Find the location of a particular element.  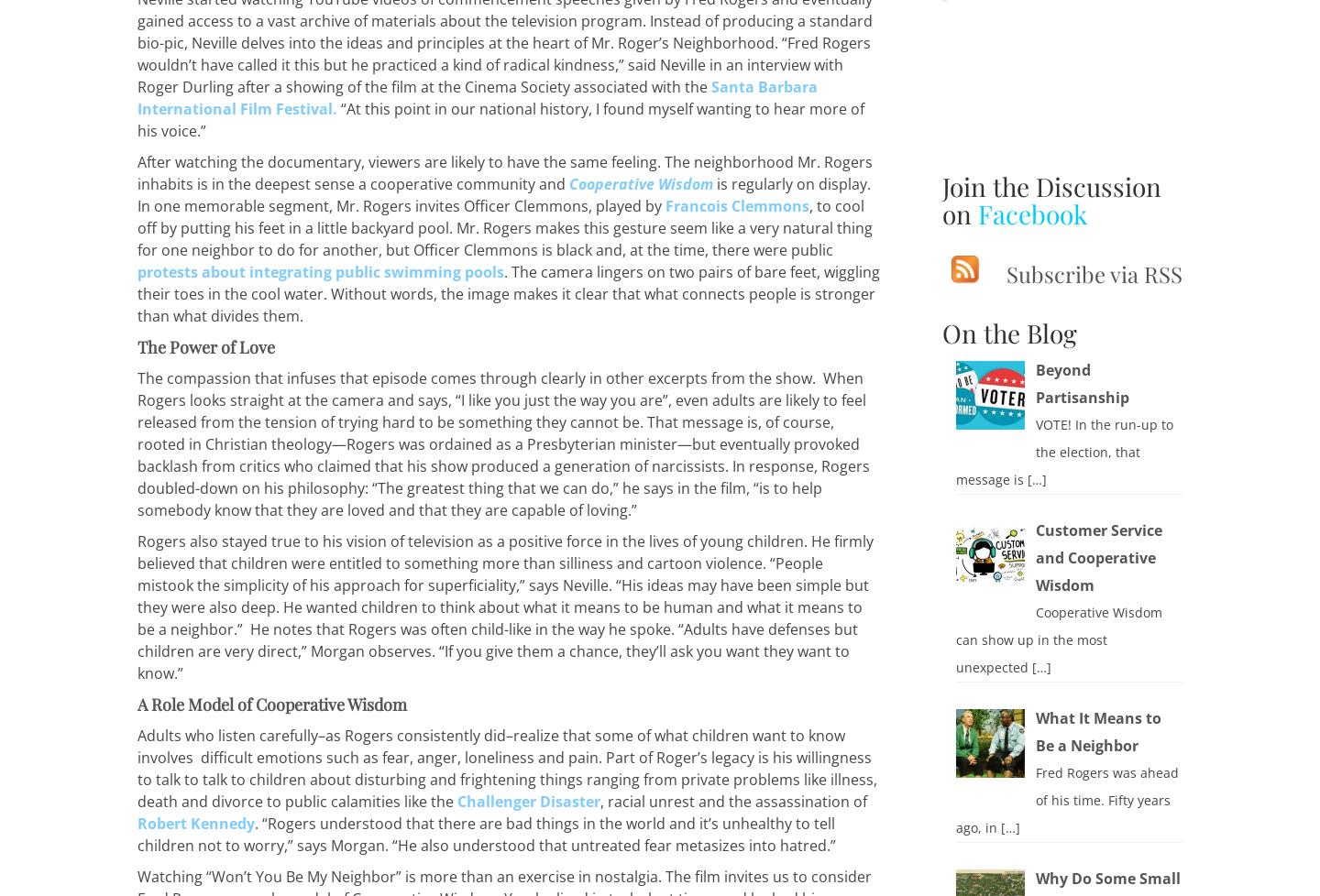

'Customer Service and Cooperative Wisdom' is located at coordinates (1097, 557).